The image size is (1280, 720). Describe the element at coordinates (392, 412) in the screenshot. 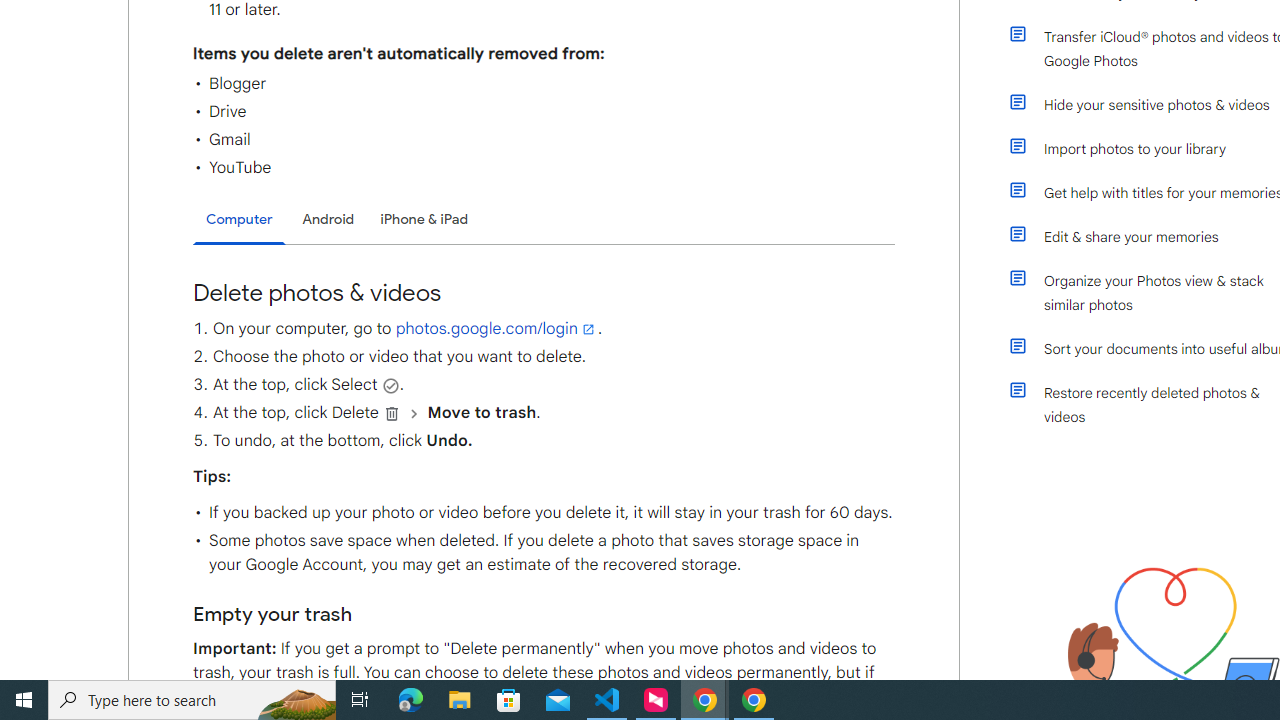

I see `'Delete'` at that location.